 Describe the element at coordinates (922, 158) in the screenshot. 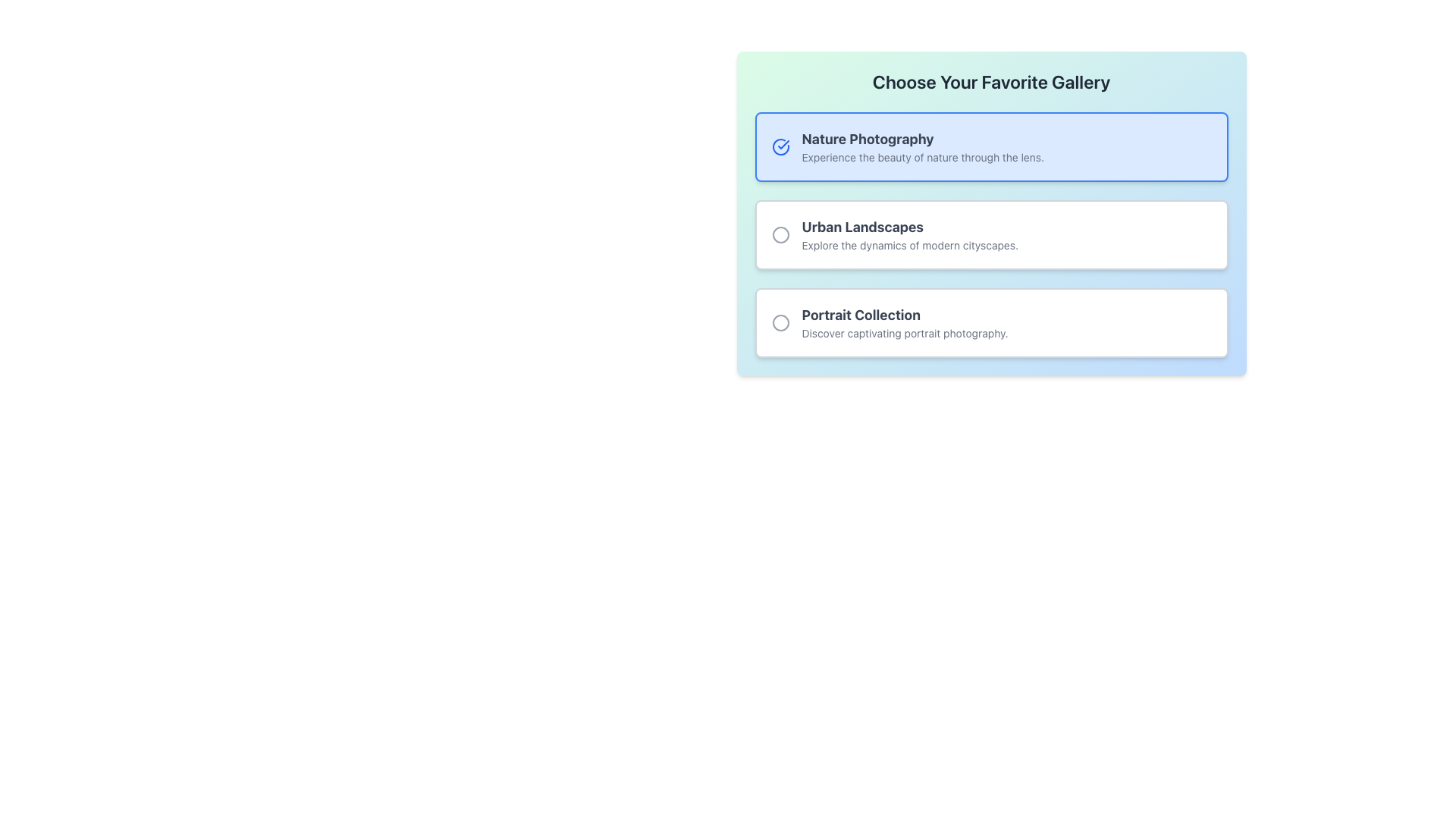

I see `the descriptive text 'Experience the beauty of nature through the lens.' which is located beneath the title 'Nature Photography'` at that location.